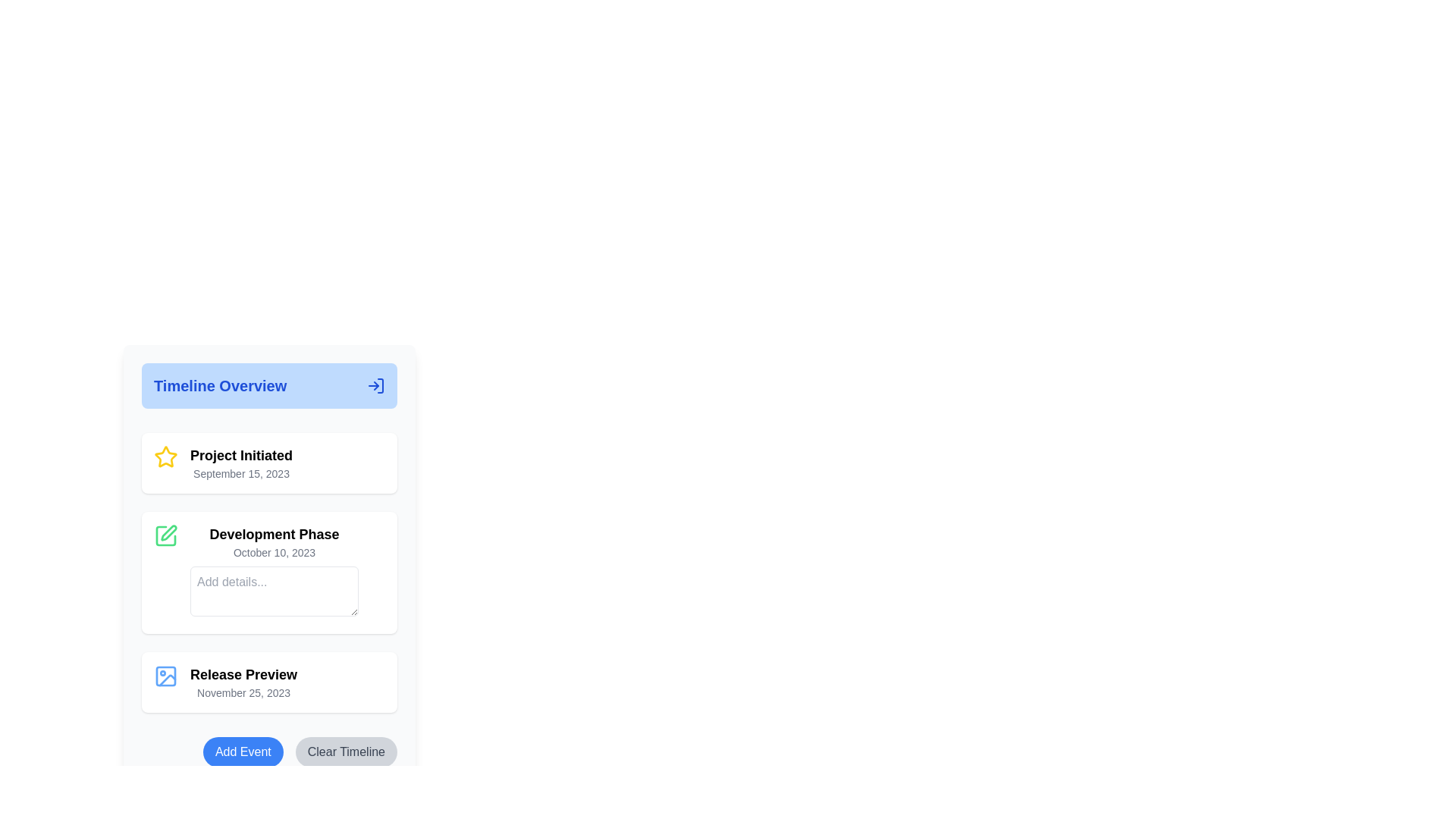 The height and width of the screenshot is (819, 1456). Describe the element at coordinates (381, 385) in the screenshot. I see `the vertical line segment of the log-in or move-to-door sign icon located in the upper-right corner of the 'Timeline Overview' header` at that location.